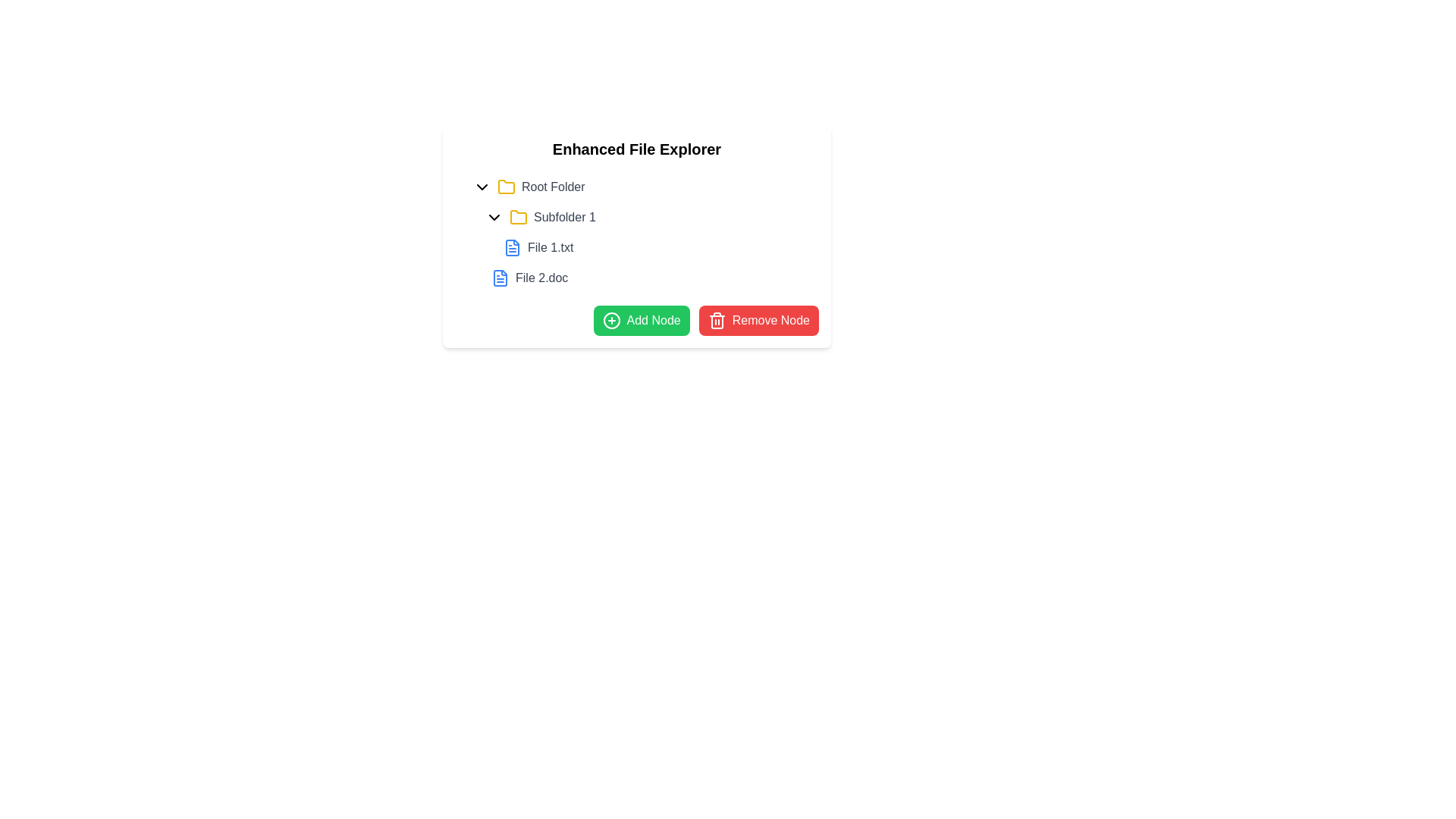 The width and height of the screenshot is (1456, 819). Describe the element at coordinates (611, 320) in the screenshot. I see `the green rounded rectangular button labeled 'Add Node' which contains a circular icon with a plus symbol in the center` at that location.